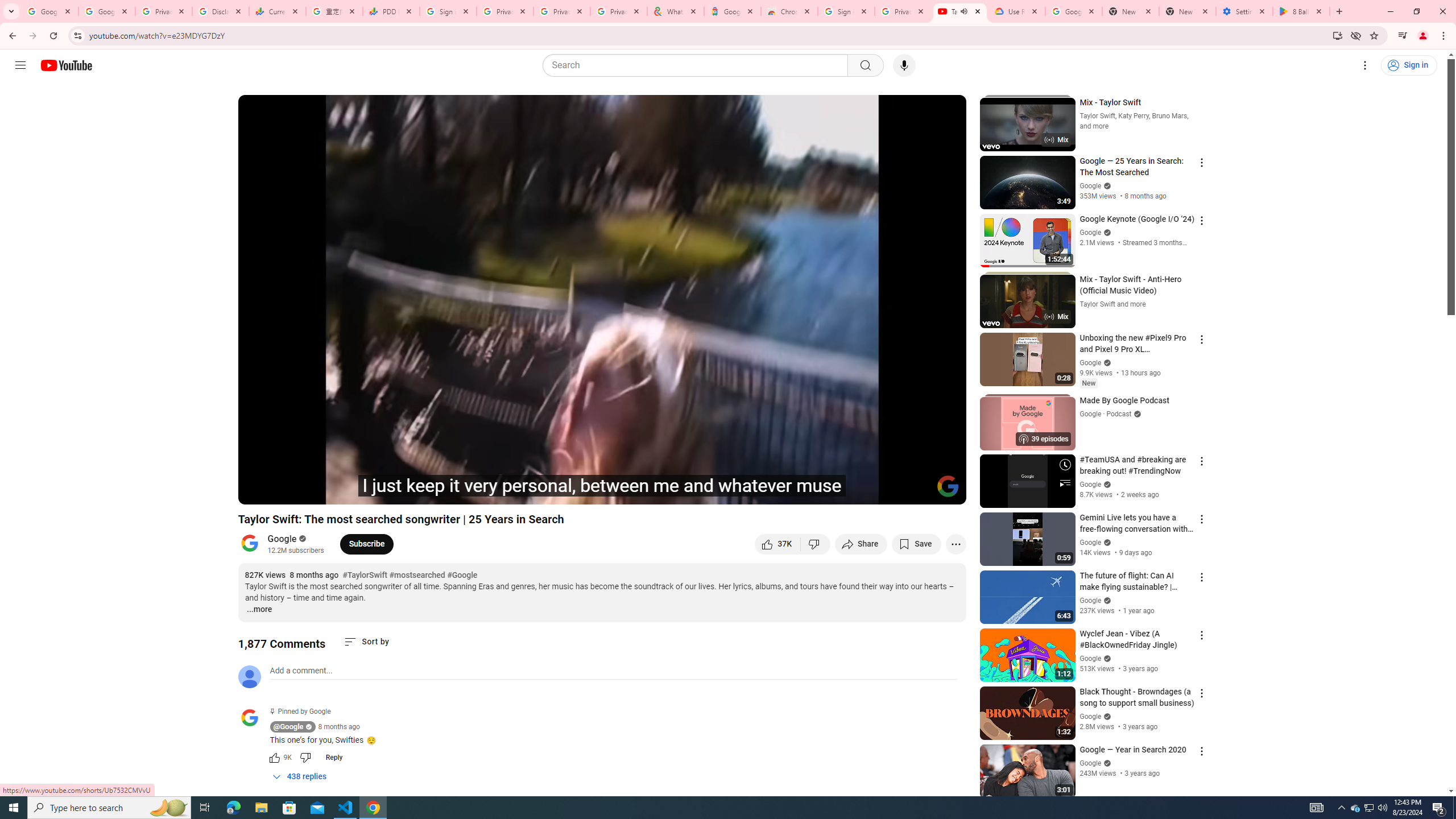  Describe the element at coordinates (253, 717) in the screenshot. I see `'@Google'` at that location.